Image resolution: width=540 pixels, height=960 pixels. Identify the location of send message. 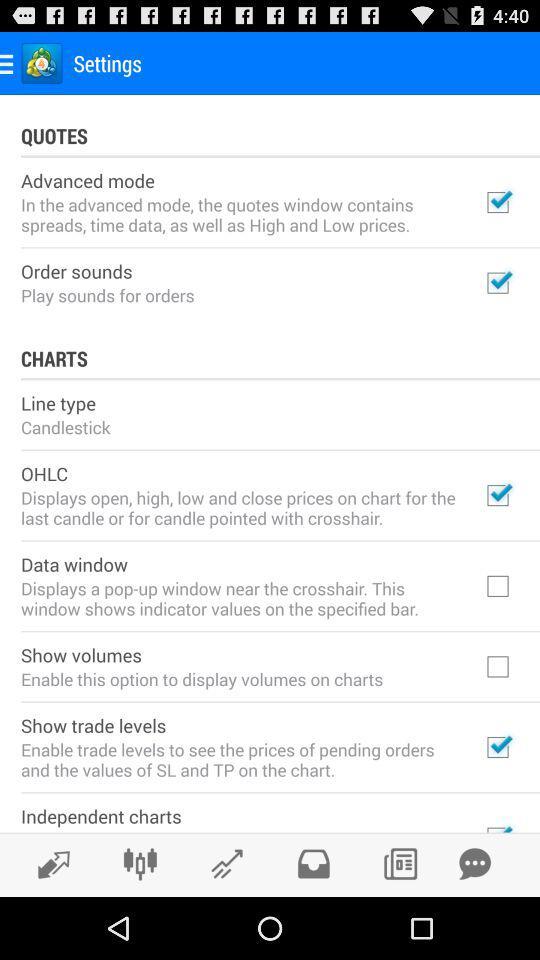
(474, 863).